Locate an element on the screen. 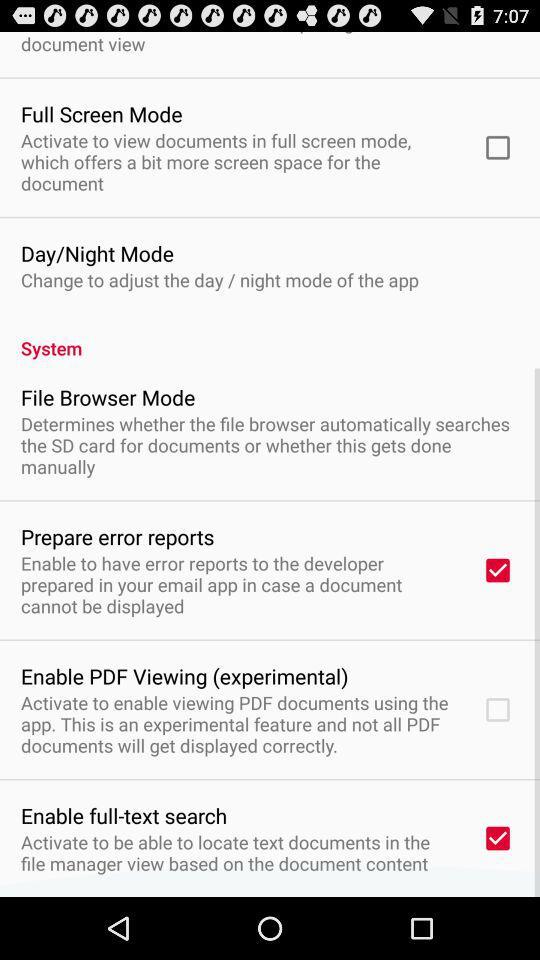 The image size is (540, 960). the icon above the activate to be is located at coordinates (124, 815).